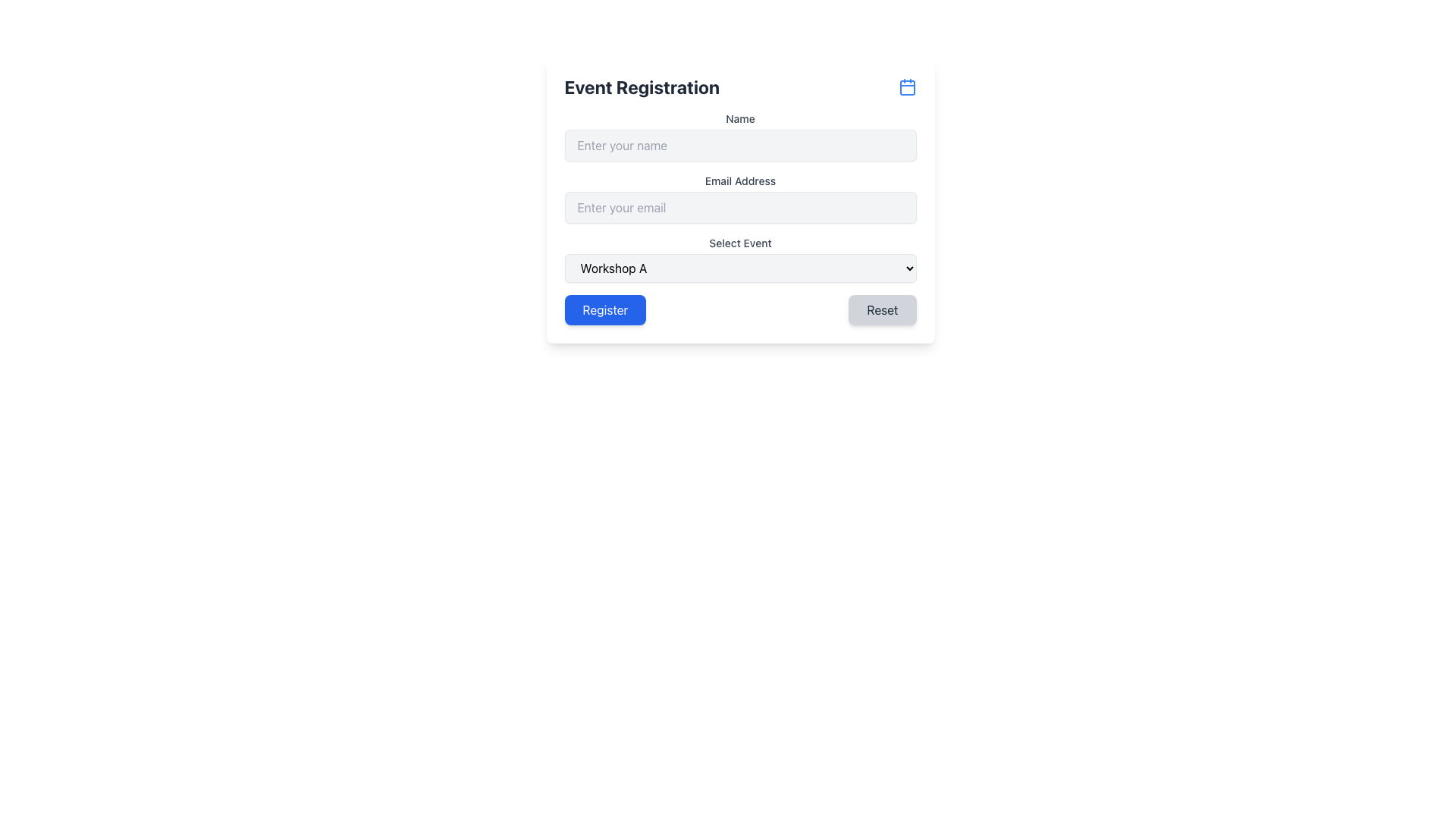 The width and height of the screenshot is (1456, 819). I want to click on the 'Name' label, which is styled in small font size and medium-gray color, located directly above the input field for entering the name, so click(740, 118).